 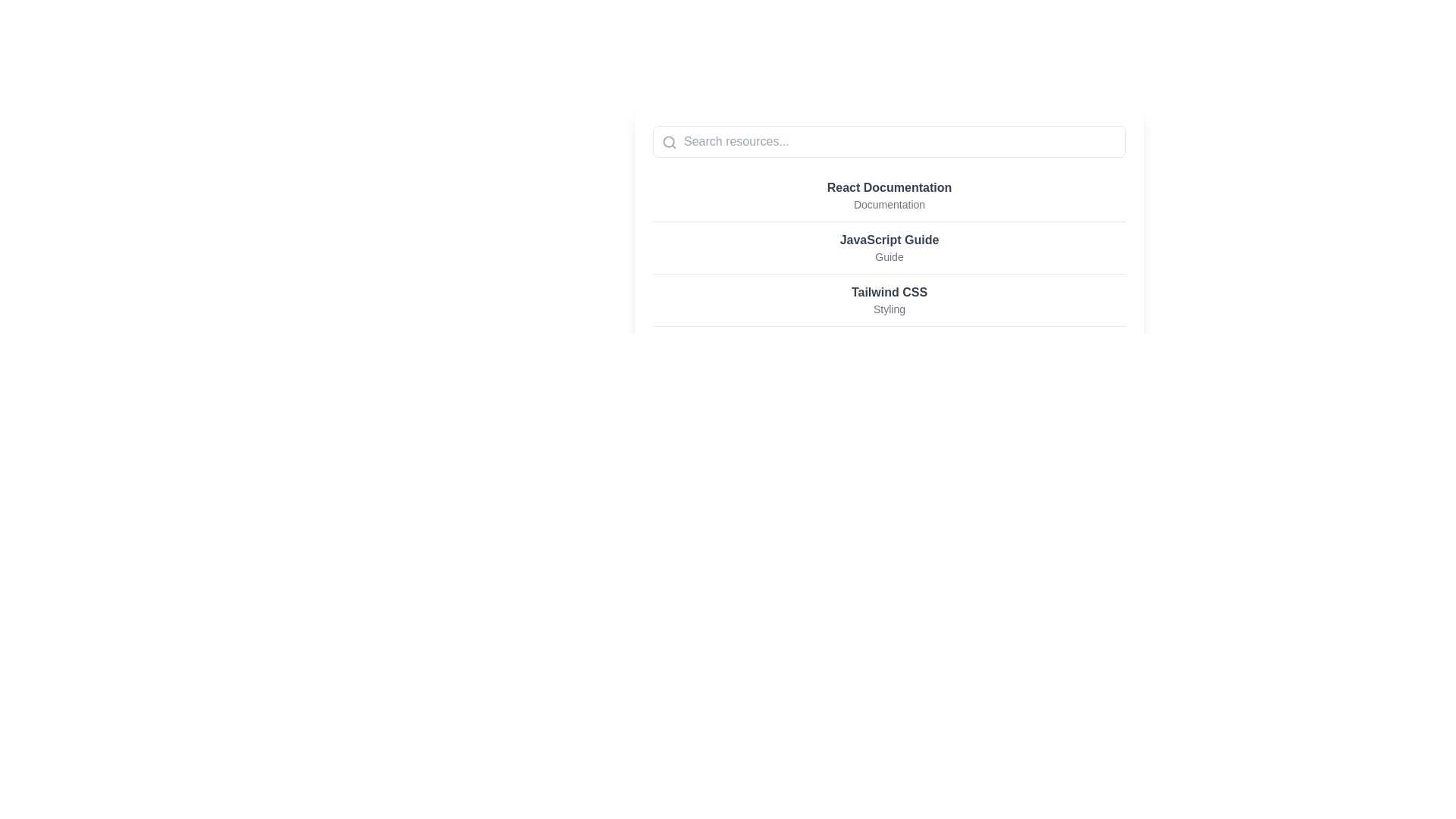 What do you see at coordinates (889, 299) in the screenshot?
I see `the List item labeled 'Tailwind CSS' with the description 'Styling', which is the third item in the vertical list` at bounding box center [889, 299].